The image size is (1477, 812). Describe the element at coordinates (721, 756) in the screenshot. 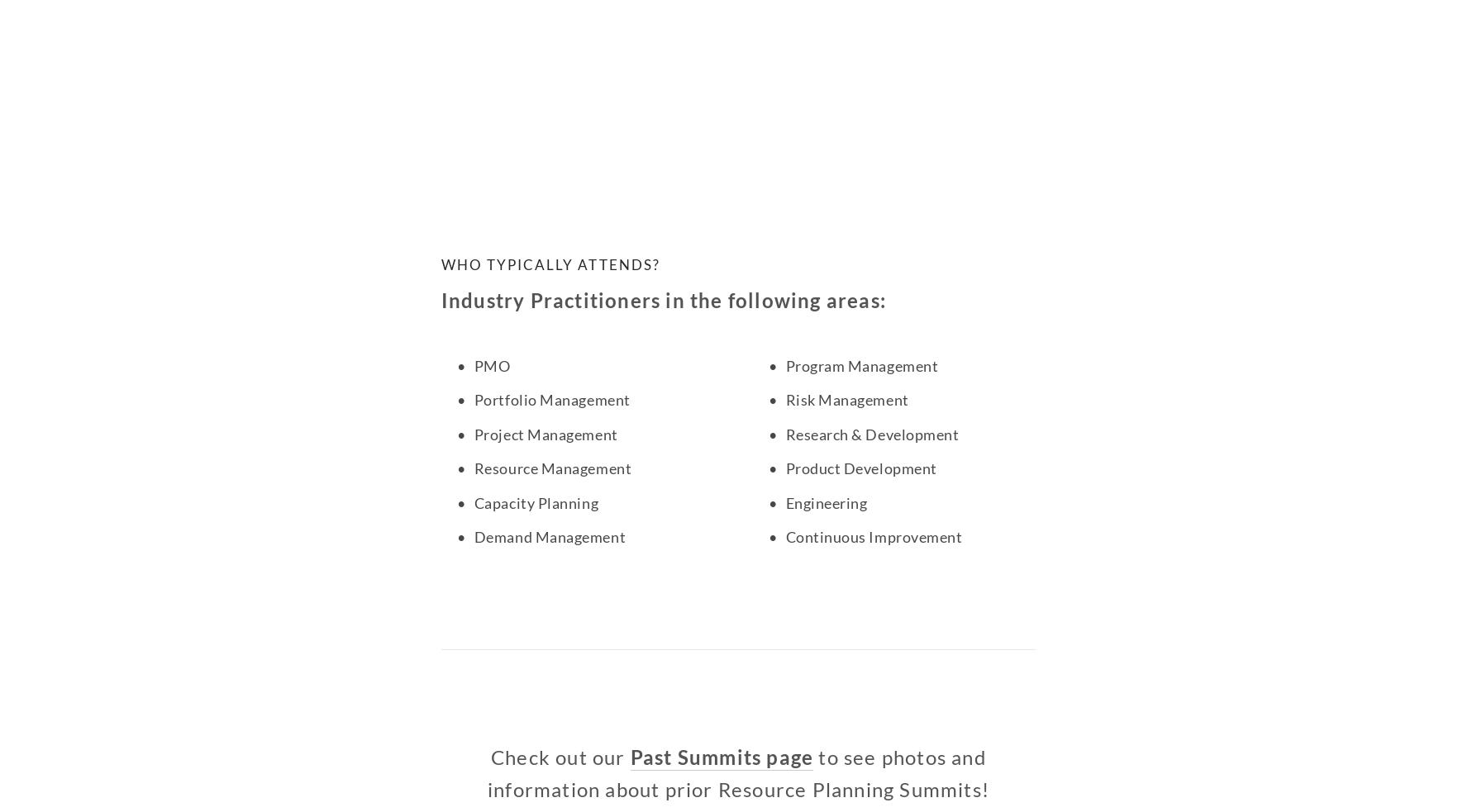

I see `'Past Summits page'` at that location.